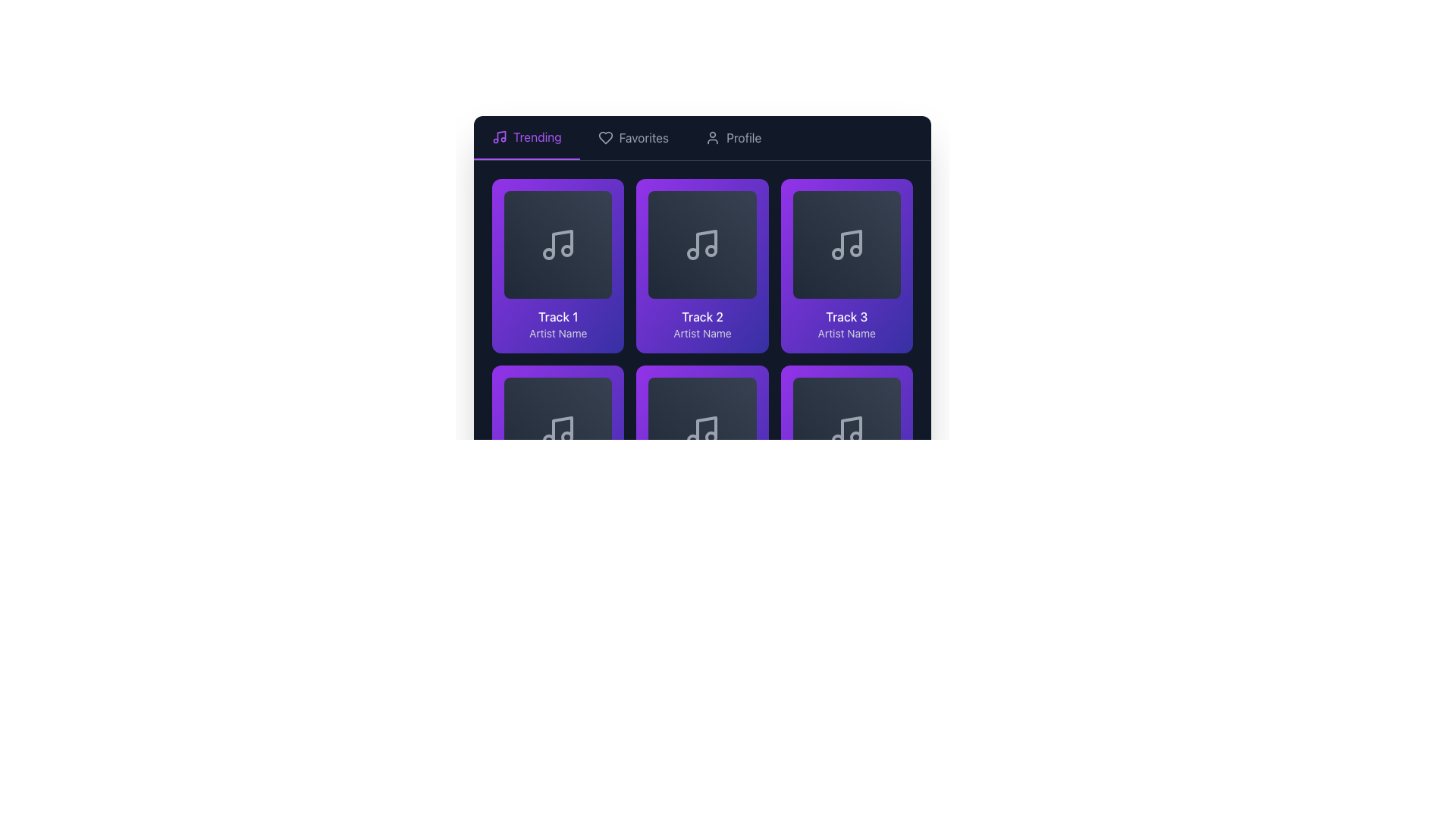 This screenshot has height=819, width=1456. I want to click on the text label displaying the artist's name for 'Track 1' in the 'Trending' tab, located below the title 'Track 1', so click(557, 333).